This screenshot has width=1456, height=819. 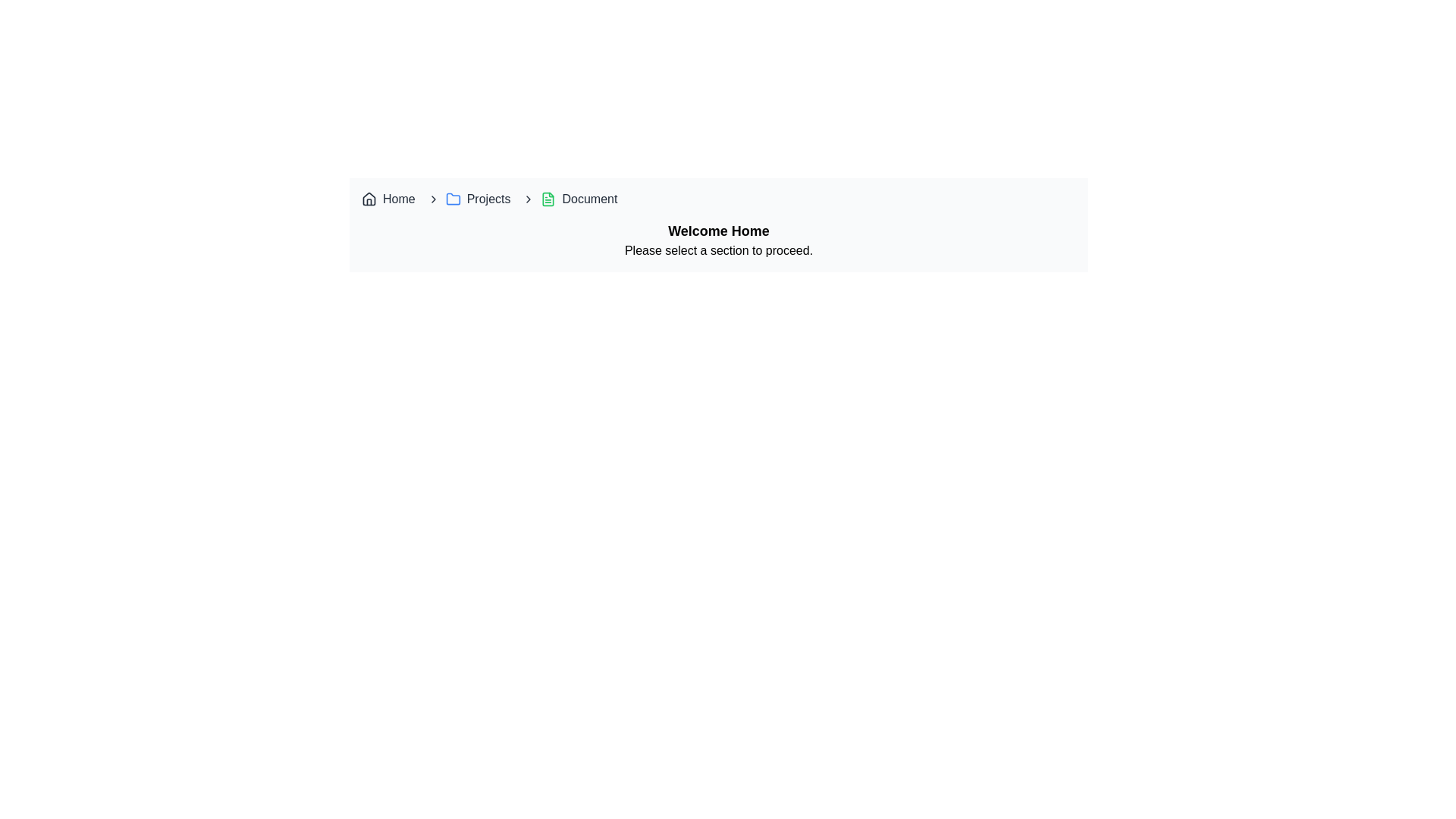 I want to click on the small right-facing chevron icon located between the 'Home' text label and the 'Projects' folder icon in the breadcrumb navigation bar, so click(x=432, y=198).